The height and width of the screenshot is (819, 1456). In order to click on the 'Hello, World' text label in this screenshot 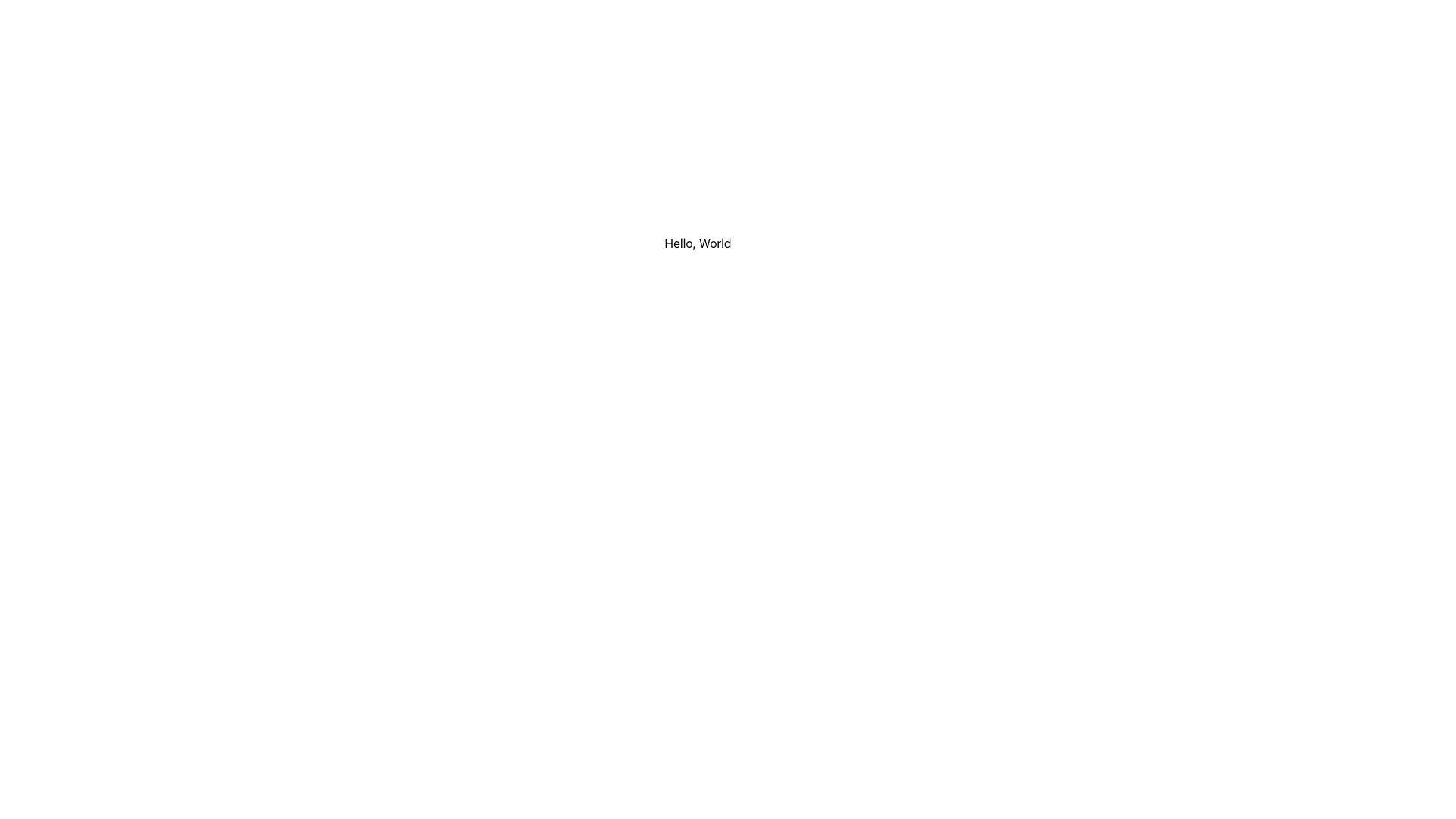, I will do `click(697, 242)`.